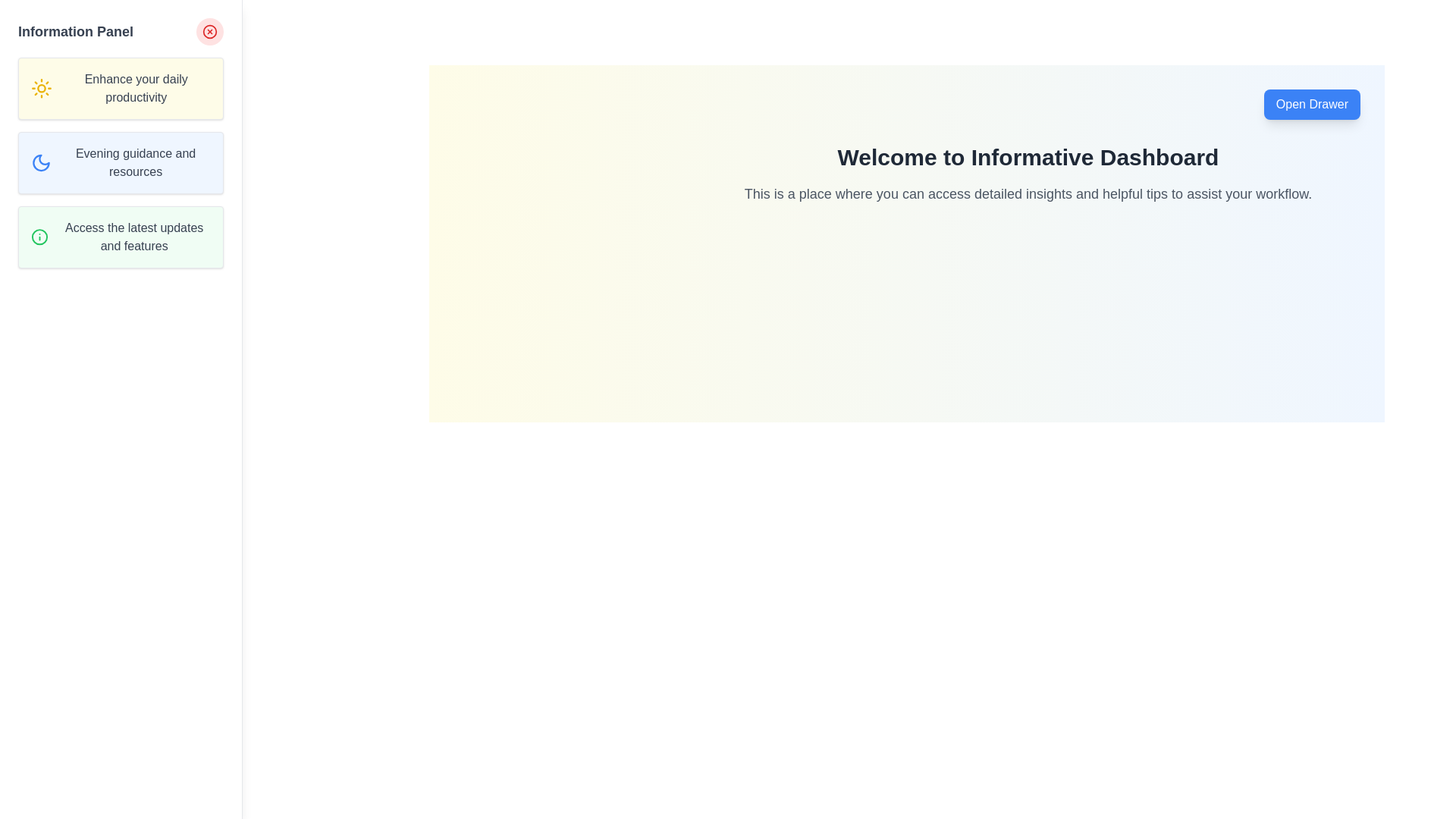 The image size is (1456, 819). What do you see at coordinates (39, 237) in the screenshot?
I see `the green circular SVG element that is centered within the third icon of the list in the Information Panel section on the left sidebar` at bounding box center [39, 237].